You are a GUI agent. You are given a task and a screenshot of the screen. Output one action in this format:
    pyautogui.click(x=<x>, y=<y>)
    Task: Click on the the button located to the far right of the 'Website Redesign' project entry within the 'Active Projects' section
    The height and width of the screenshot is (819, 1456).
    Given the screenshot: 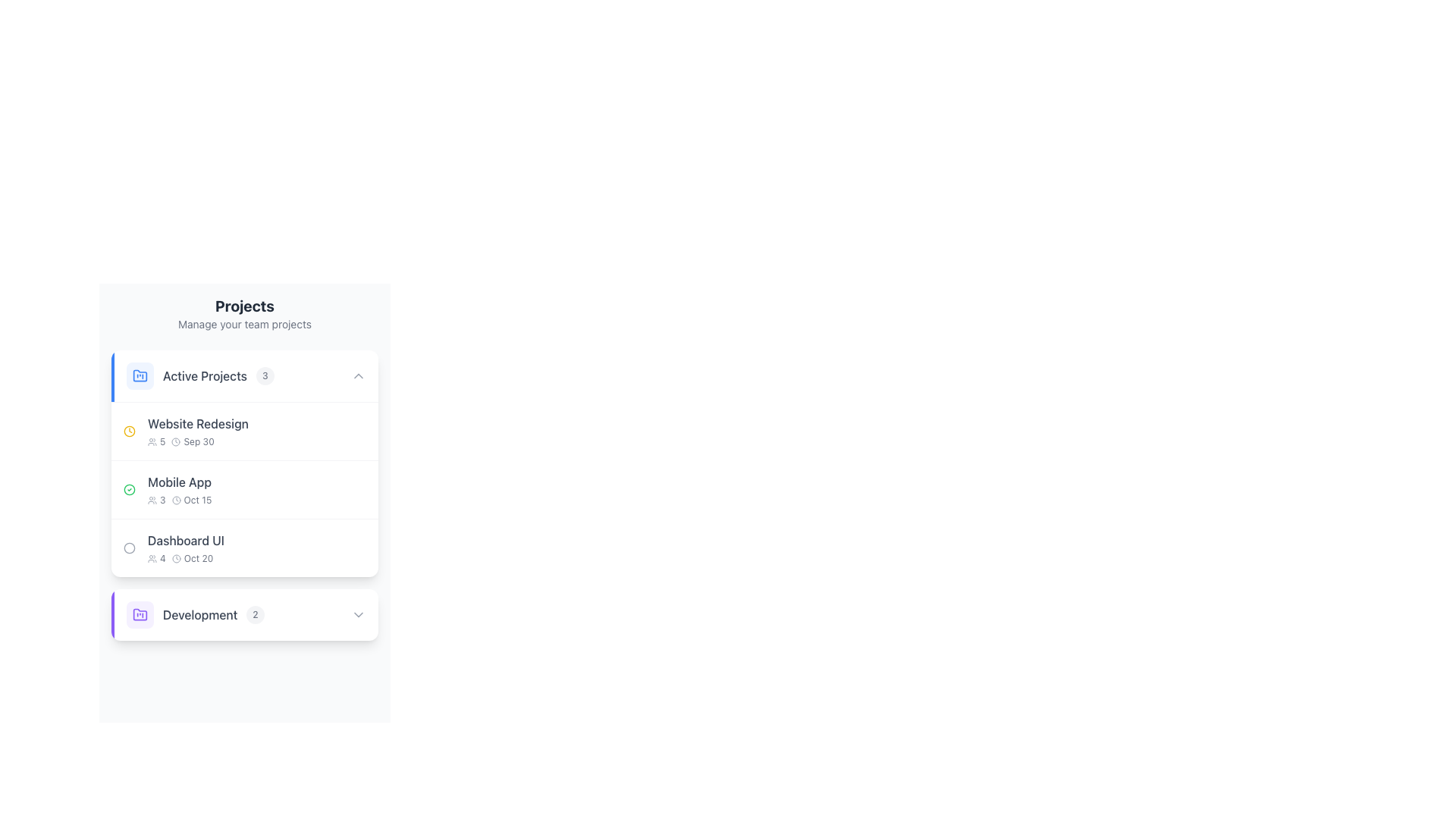 What is the action you would take?
    pyautogui.click(x=355, y=431)
    